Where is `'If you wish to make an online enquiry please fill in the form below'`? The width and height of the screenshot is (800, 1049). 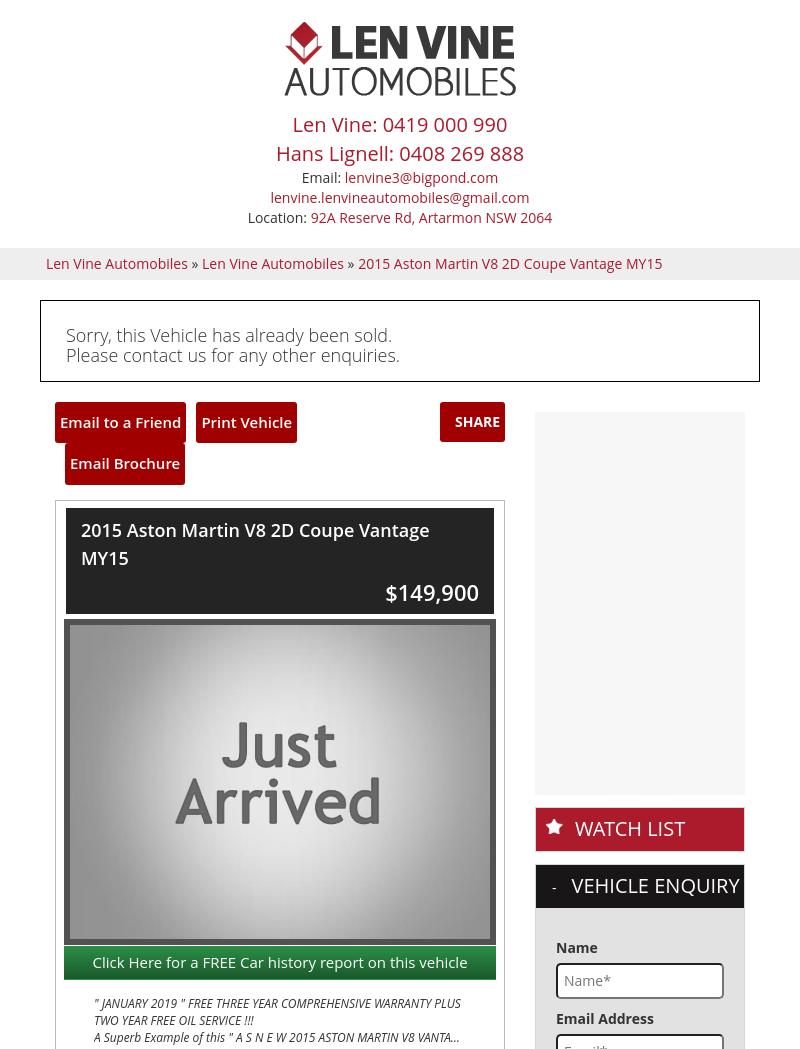
'If you wish to make an online enquiry please fill in the form below' is located at coordinates (278, 668).